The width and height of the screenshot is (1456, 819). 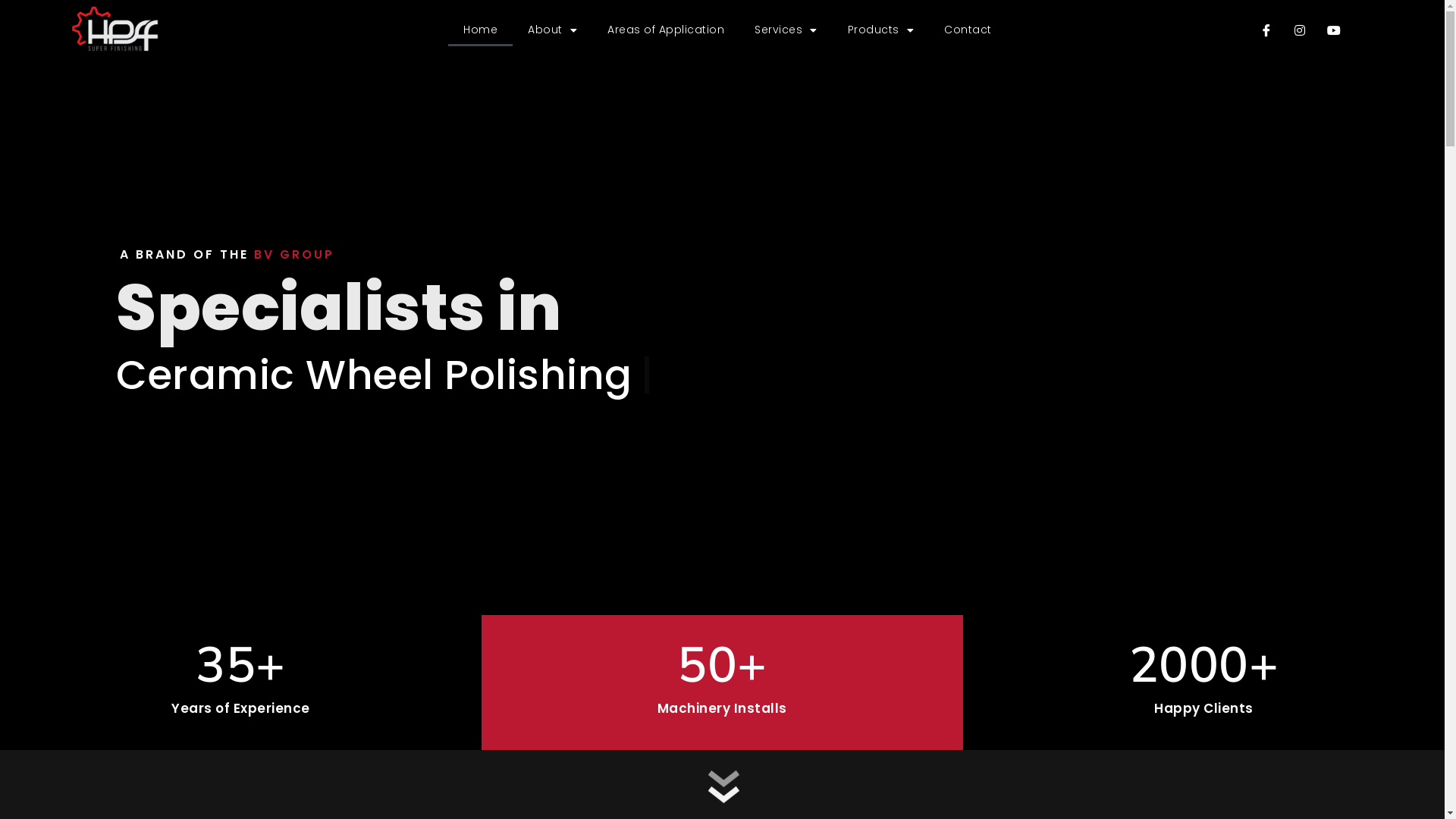 What do you see at coordinates (513, 30) in the screenshot?
I see `'About'` at bounding box center [513, 30].